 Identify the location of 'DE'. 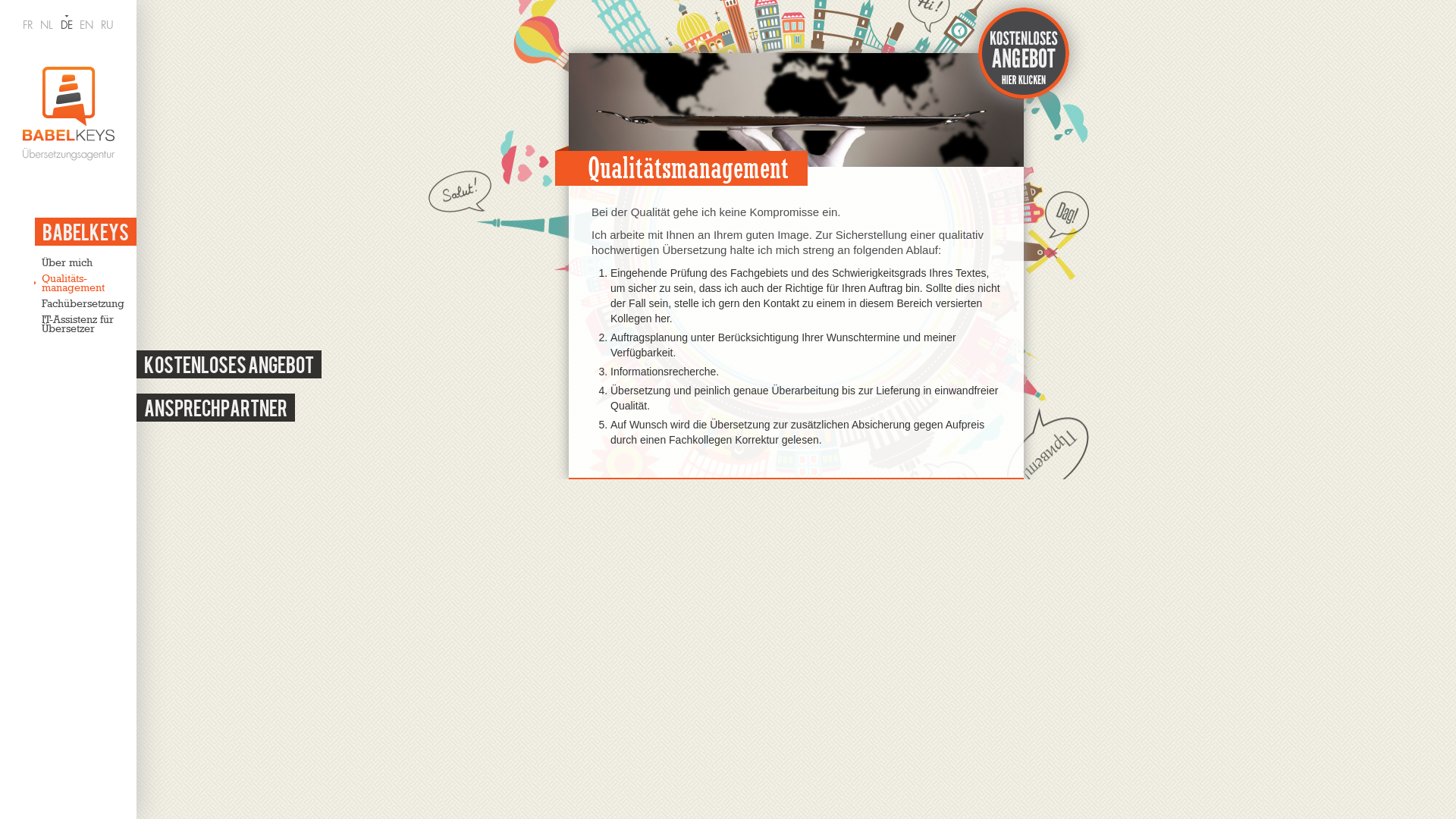
(65, 25).